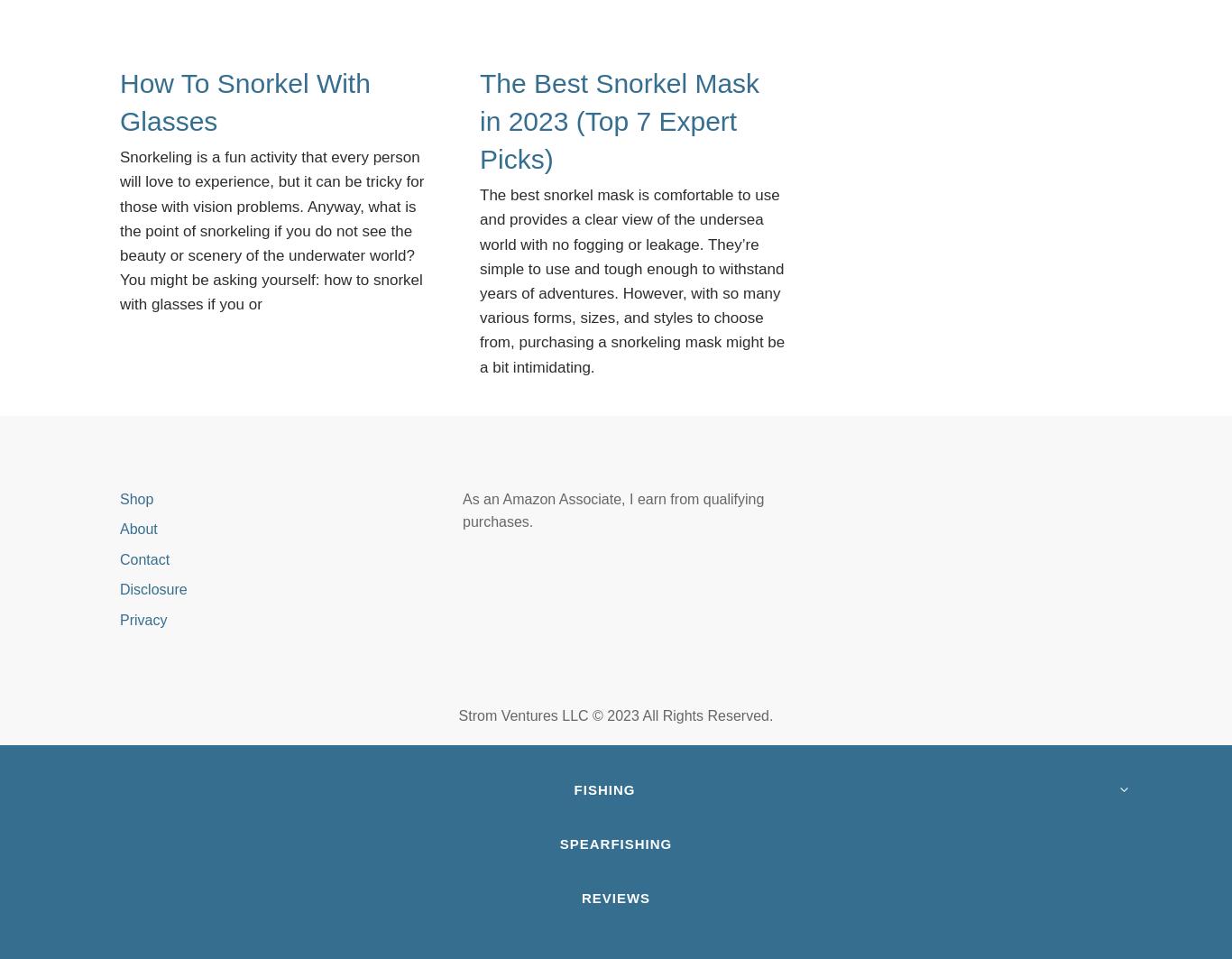 Image resolution: width=1232 pixels, height=959 pixels. What do you see at coordinates (614, 843) in the screenshot?
I see `'Spearfishing'` at bounding box center [614, 843].